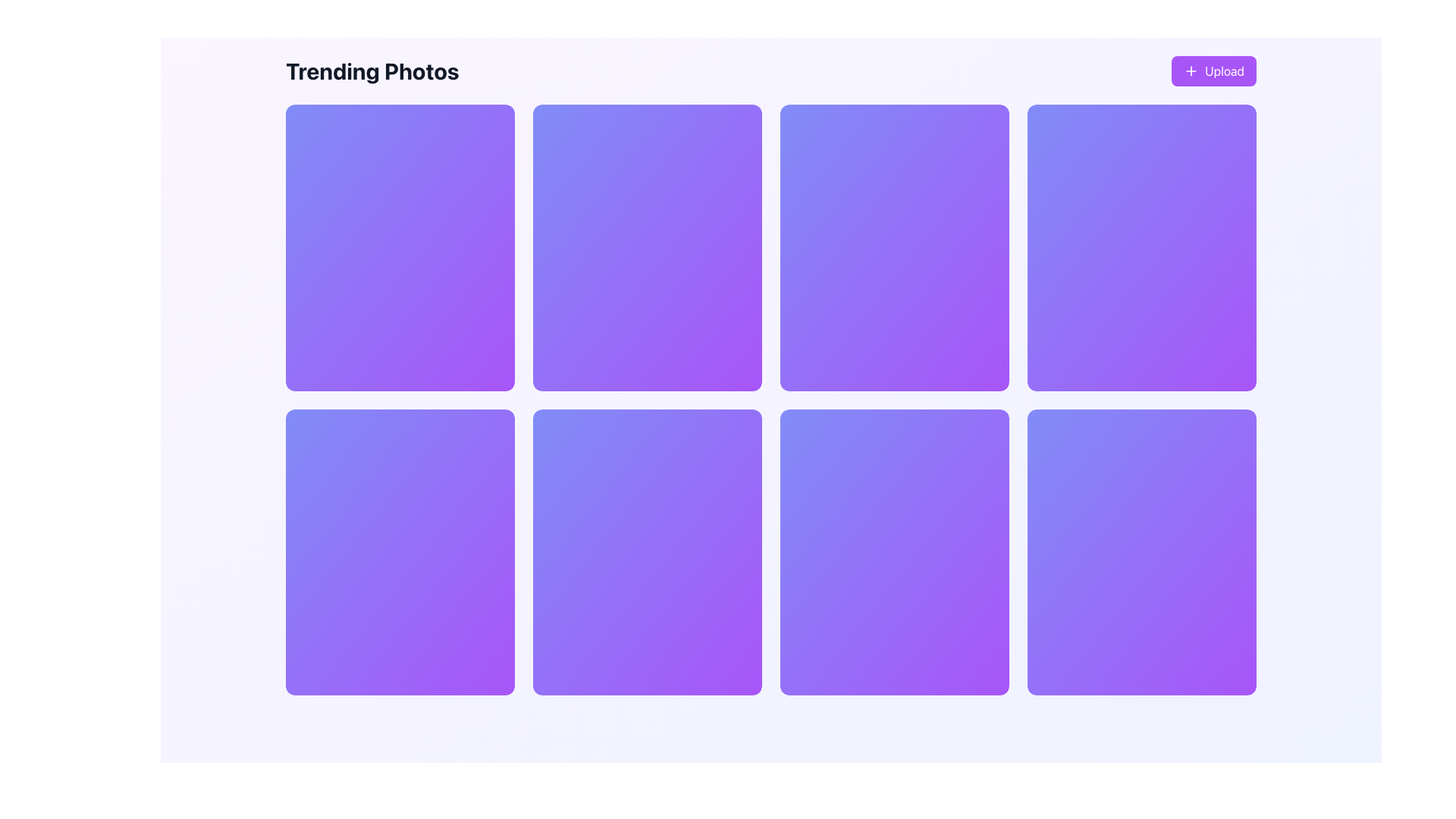 This screenshot has width=1456, height=819. Describe the element at coordinates (648, 246) in the screenshot. I see `the second clickable card in the gallery layout to interact with its functionality` at that location.